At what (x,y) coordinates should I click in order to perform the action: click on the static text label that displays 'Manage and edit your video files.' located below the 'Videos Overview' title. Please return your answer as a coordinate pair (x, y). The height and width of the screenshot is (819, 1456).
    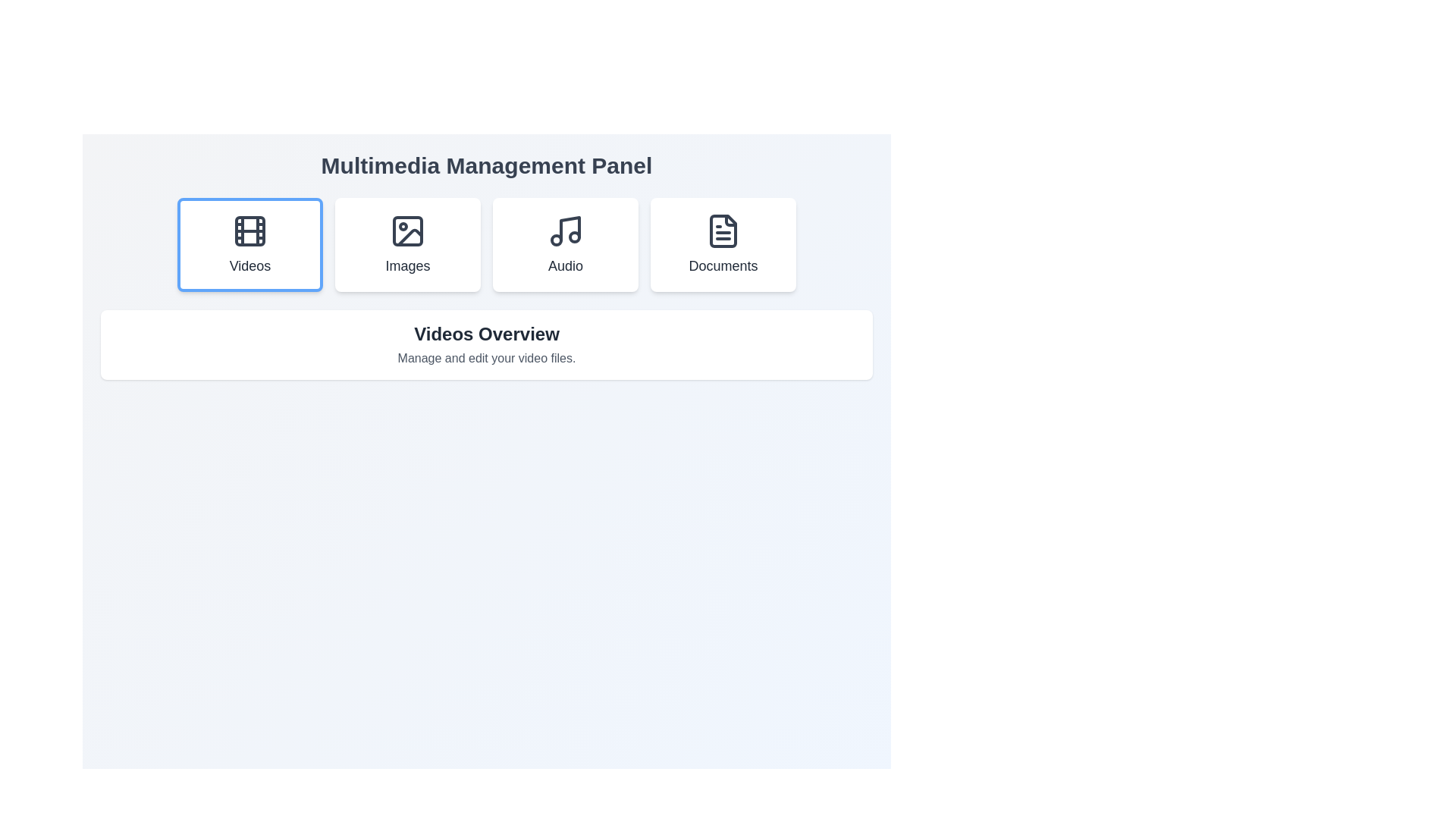
    Looking at the image, I should click on (487, 359).